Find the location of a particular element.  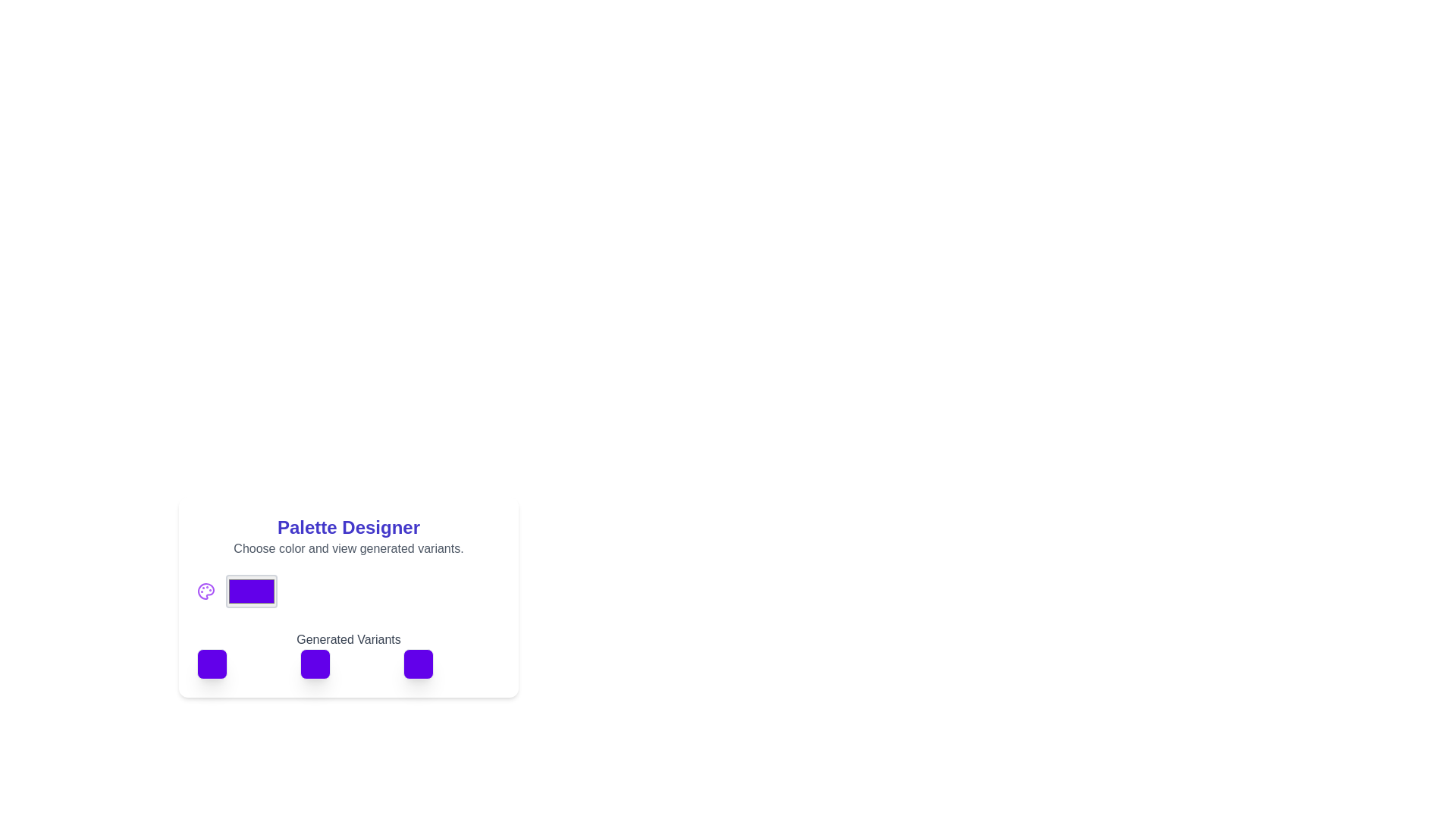

the static text label that reads 'Generated Variants', which is styled with a medium gray font and positioned above the row of color swatches in the 'Palette Designer' section is located at coordinates (348, 648).